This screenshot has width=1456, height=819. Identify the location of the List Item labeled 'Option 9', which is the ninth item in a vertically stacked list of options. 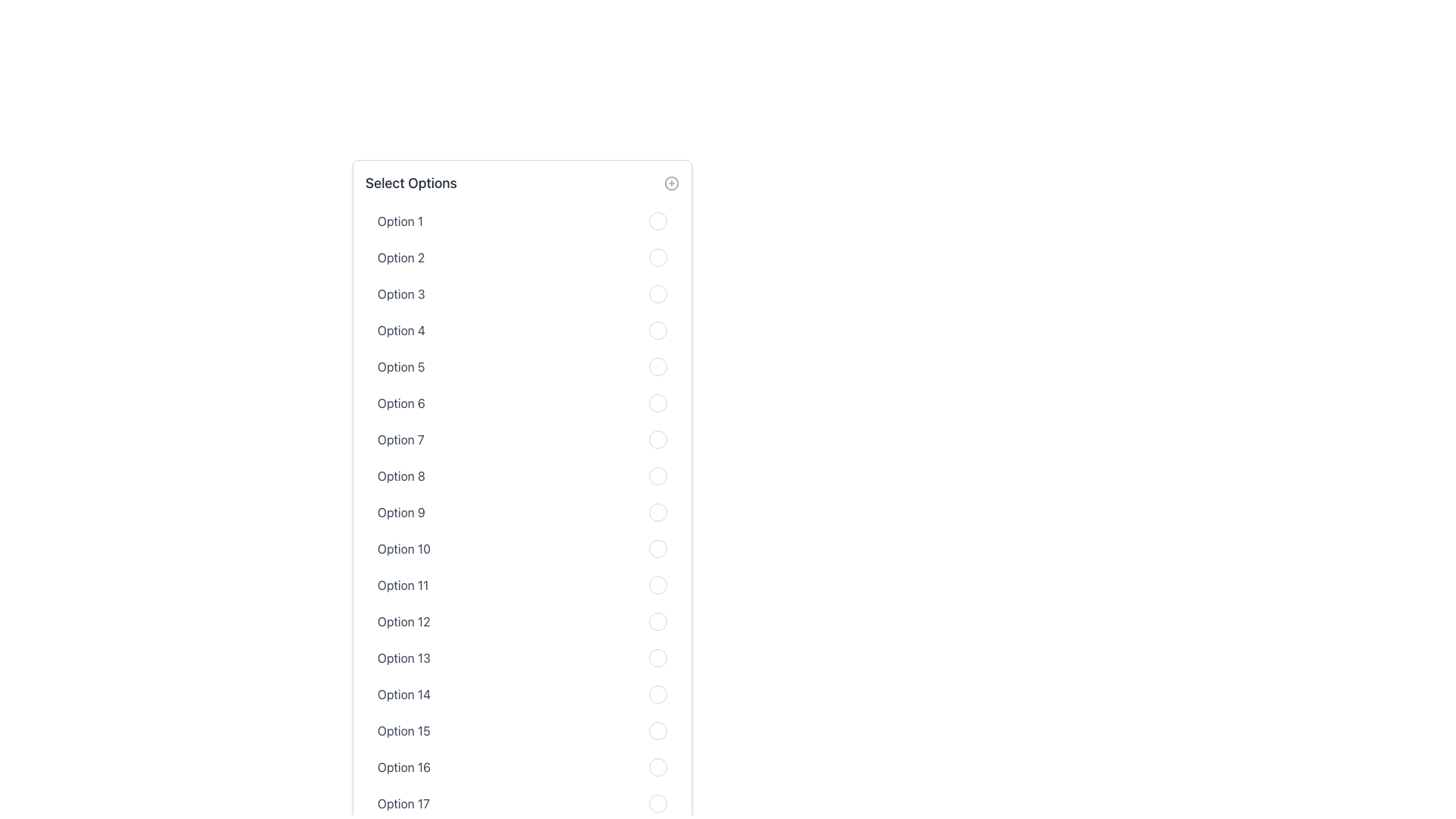
(522, 512).